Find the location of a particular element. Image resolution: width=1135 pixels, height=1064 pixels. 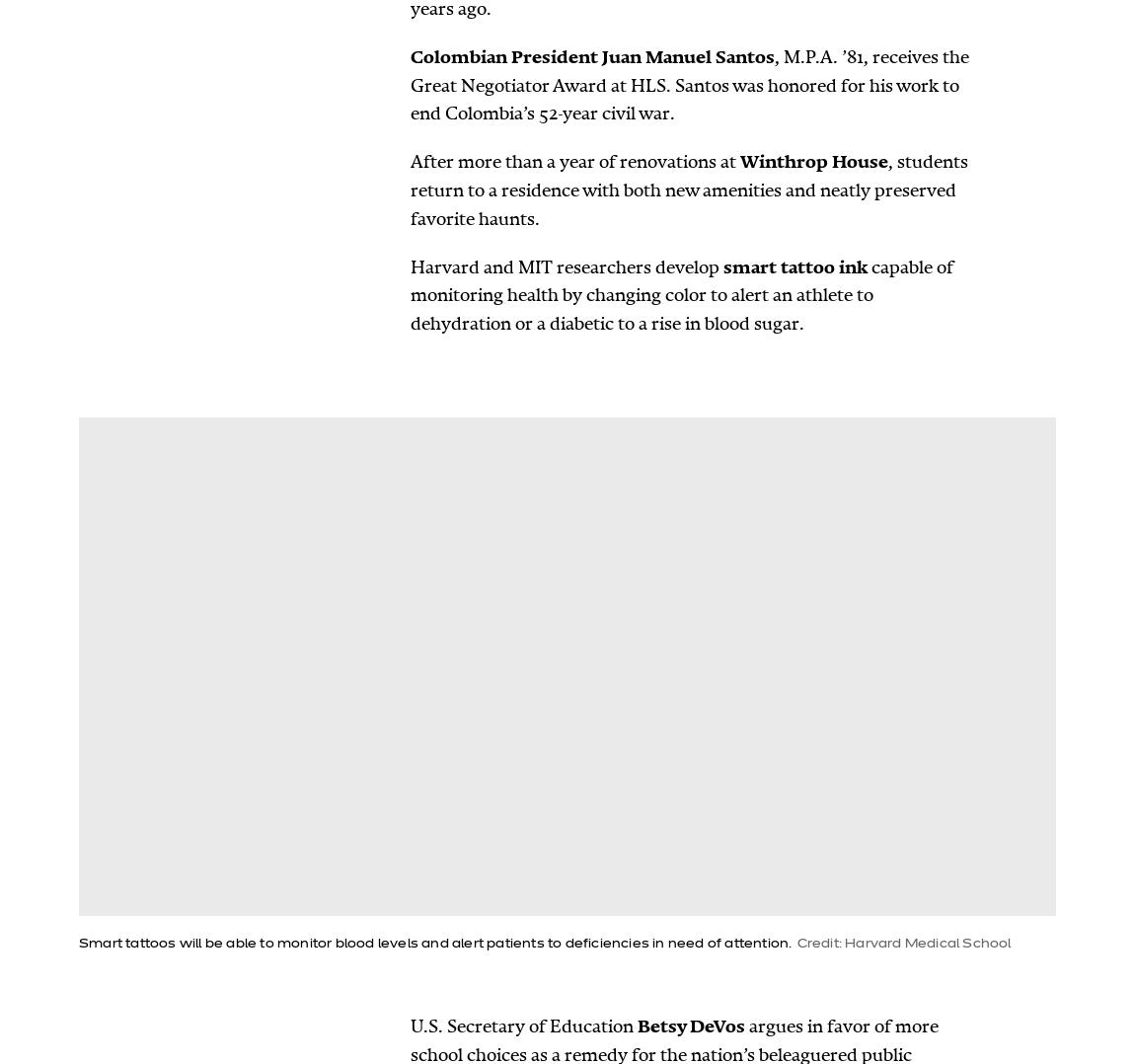

'capable of monitoring health by changing color to alert an athlete to dehydration or a diabetic to a rise in blood sugar.' is located at coordinates (681, 295).